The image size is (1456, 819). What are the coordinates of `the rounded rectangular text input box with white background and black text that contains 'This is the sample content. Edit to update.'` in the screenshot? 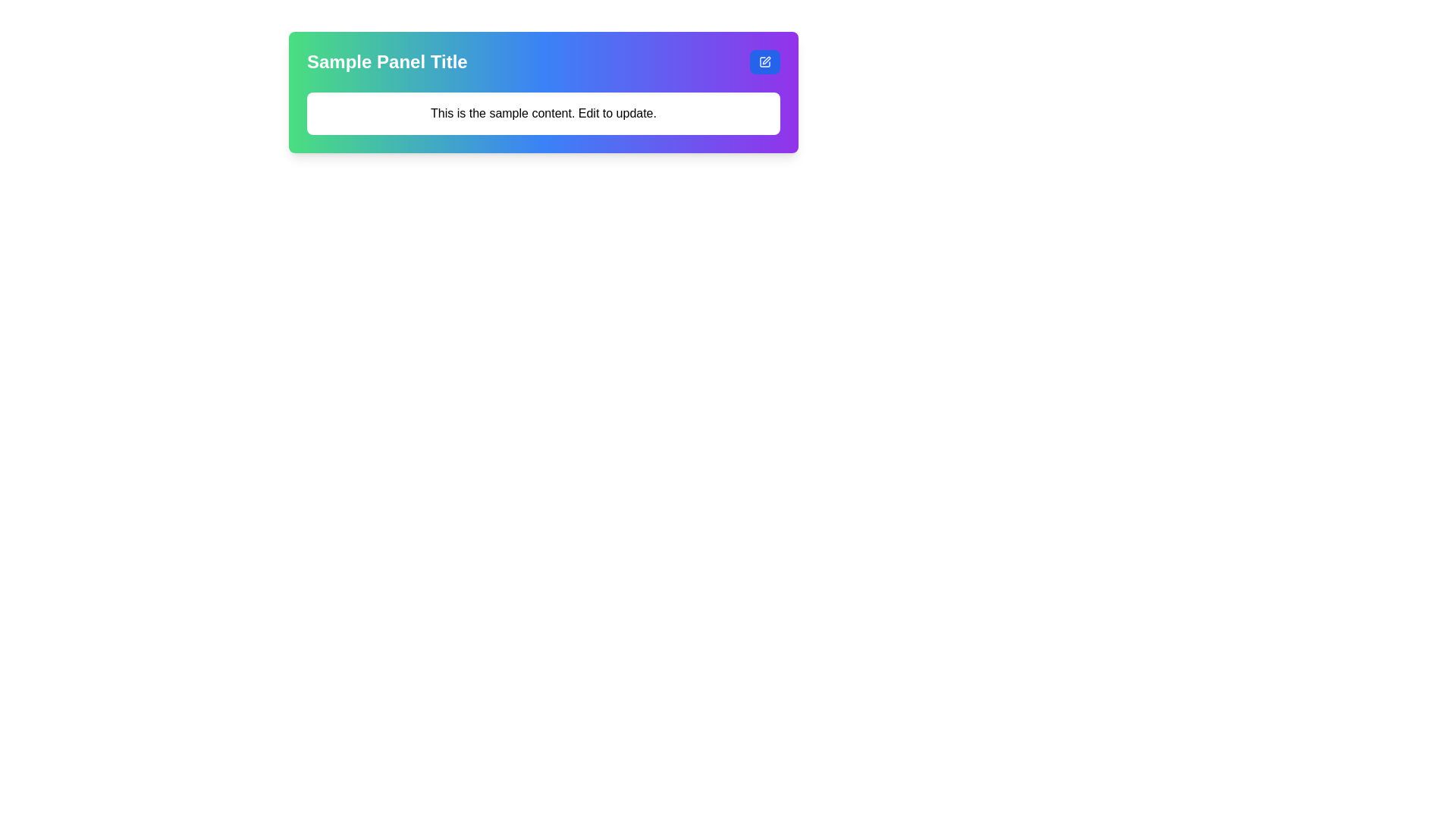 It's located at (543, 113).